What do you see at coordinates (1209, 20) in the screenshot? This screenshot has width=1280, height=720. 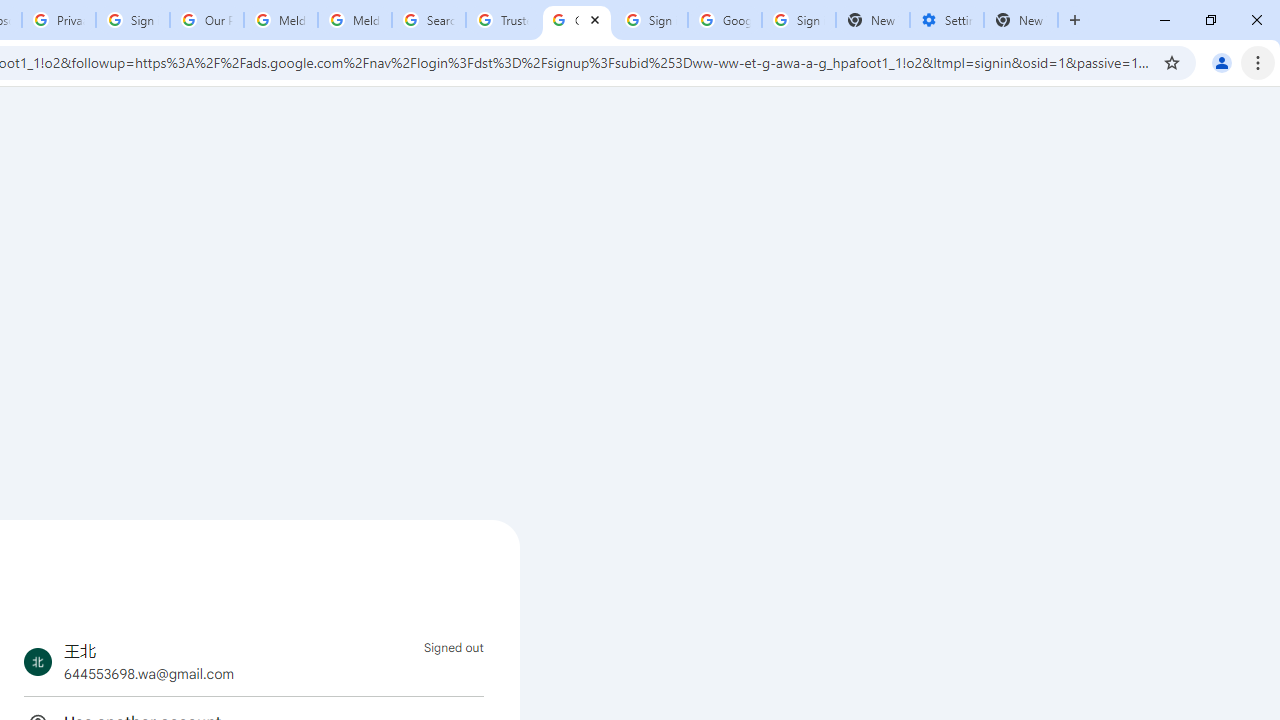 I see `'Restore'` at bounding box center [1209, 20].